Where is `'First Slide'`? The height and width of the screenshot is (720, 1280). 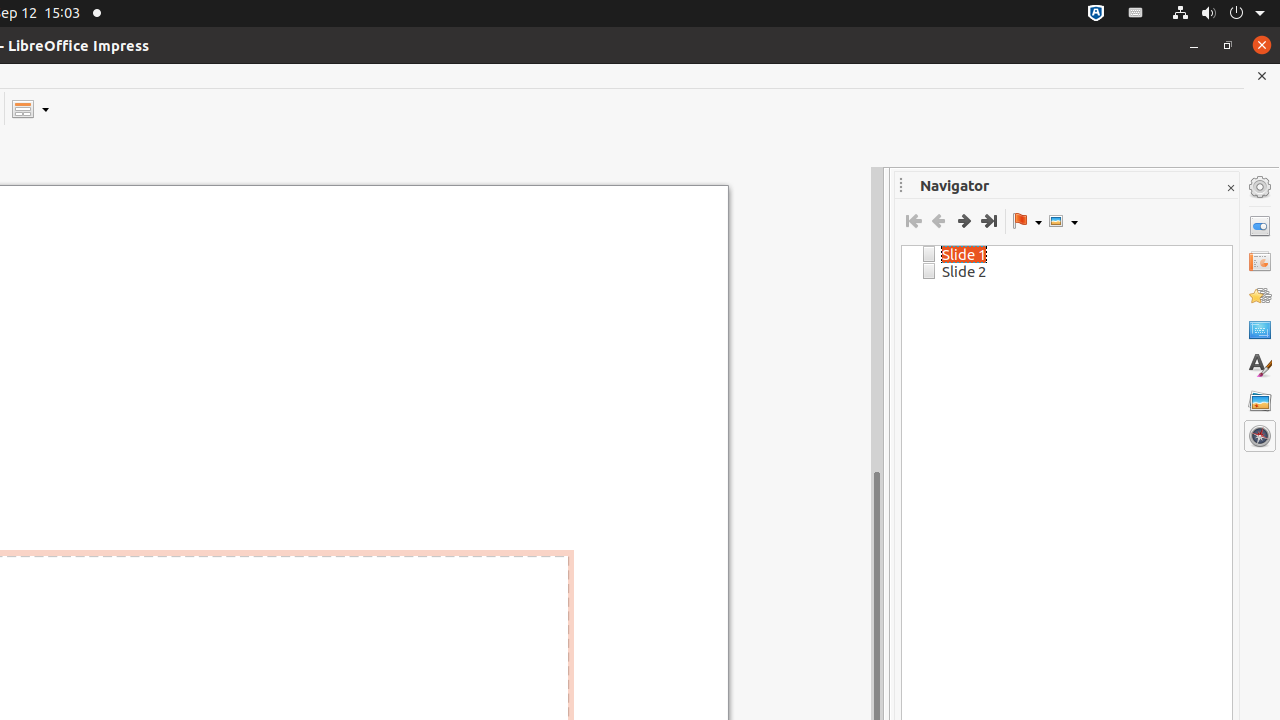
'First Slide' is located at coordinates (912, 221).